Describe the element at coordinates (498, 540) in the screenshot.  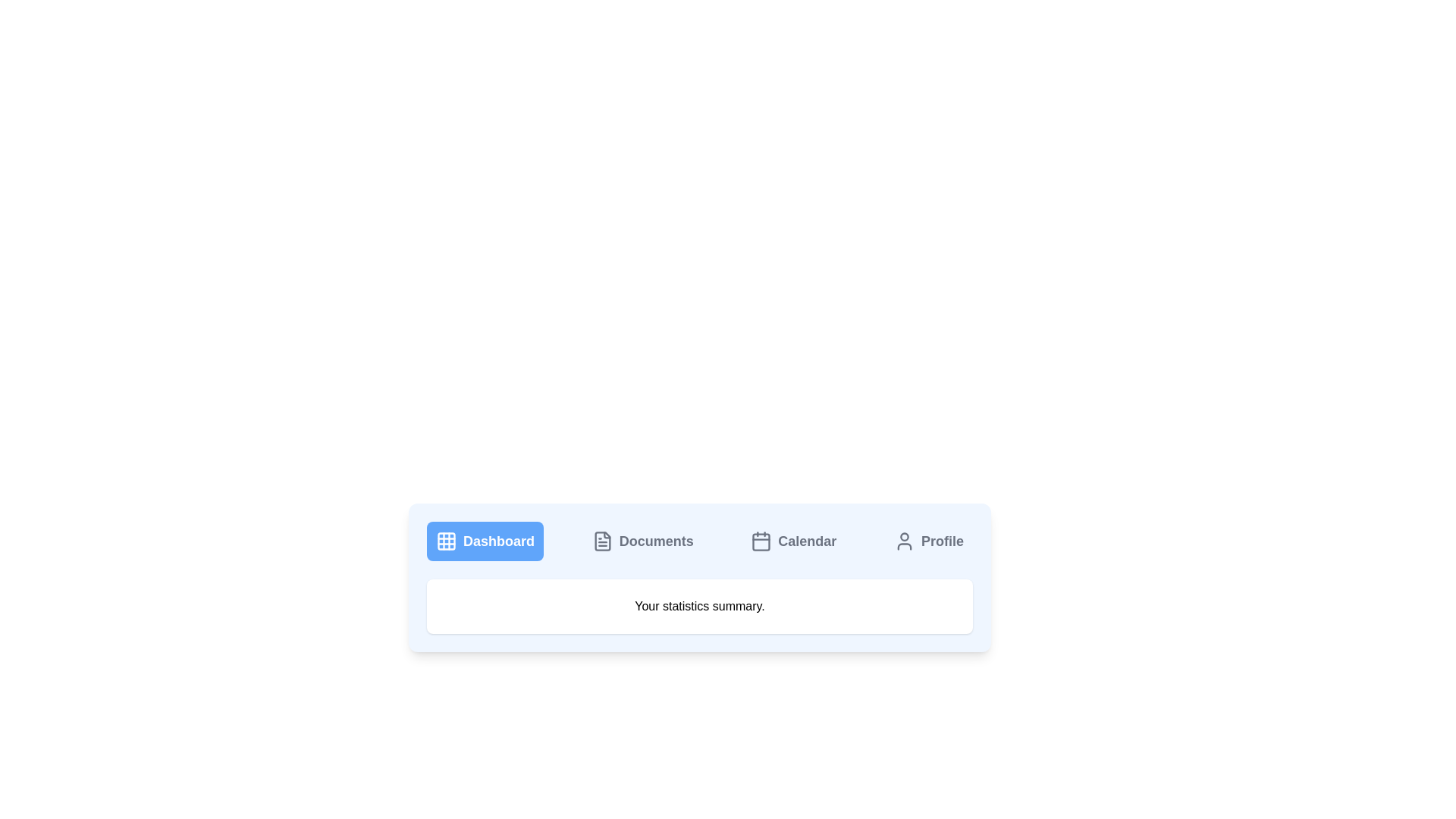
I see `the 'Dashboard' text label that indicates the navigation button for the dashboard section, located next to the grid icon on the left side of the navigation bar` at that location.